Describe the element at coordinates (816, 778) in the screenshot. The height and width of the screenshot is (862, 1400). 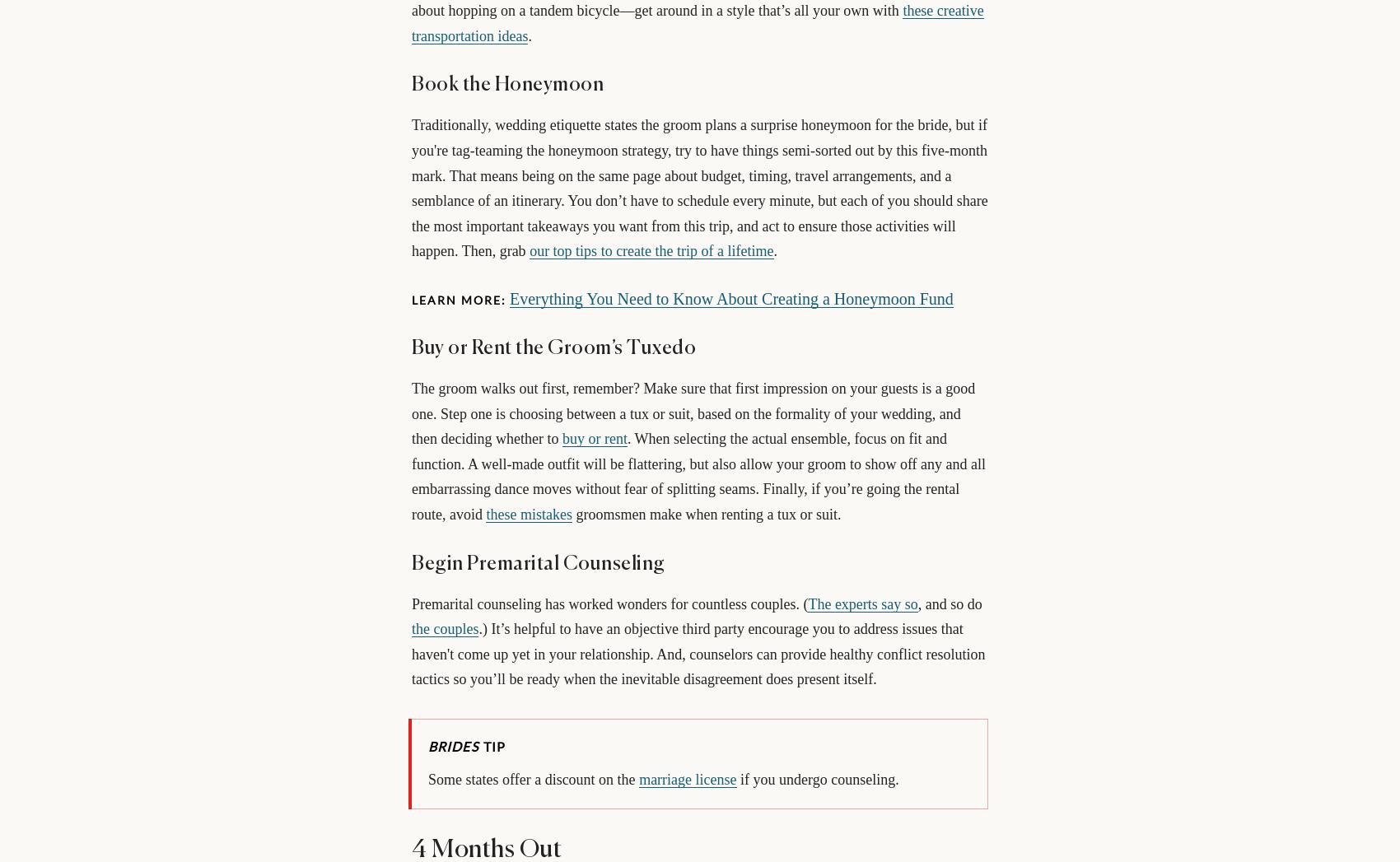
I see `'if you undergo counseling.'` at that location.